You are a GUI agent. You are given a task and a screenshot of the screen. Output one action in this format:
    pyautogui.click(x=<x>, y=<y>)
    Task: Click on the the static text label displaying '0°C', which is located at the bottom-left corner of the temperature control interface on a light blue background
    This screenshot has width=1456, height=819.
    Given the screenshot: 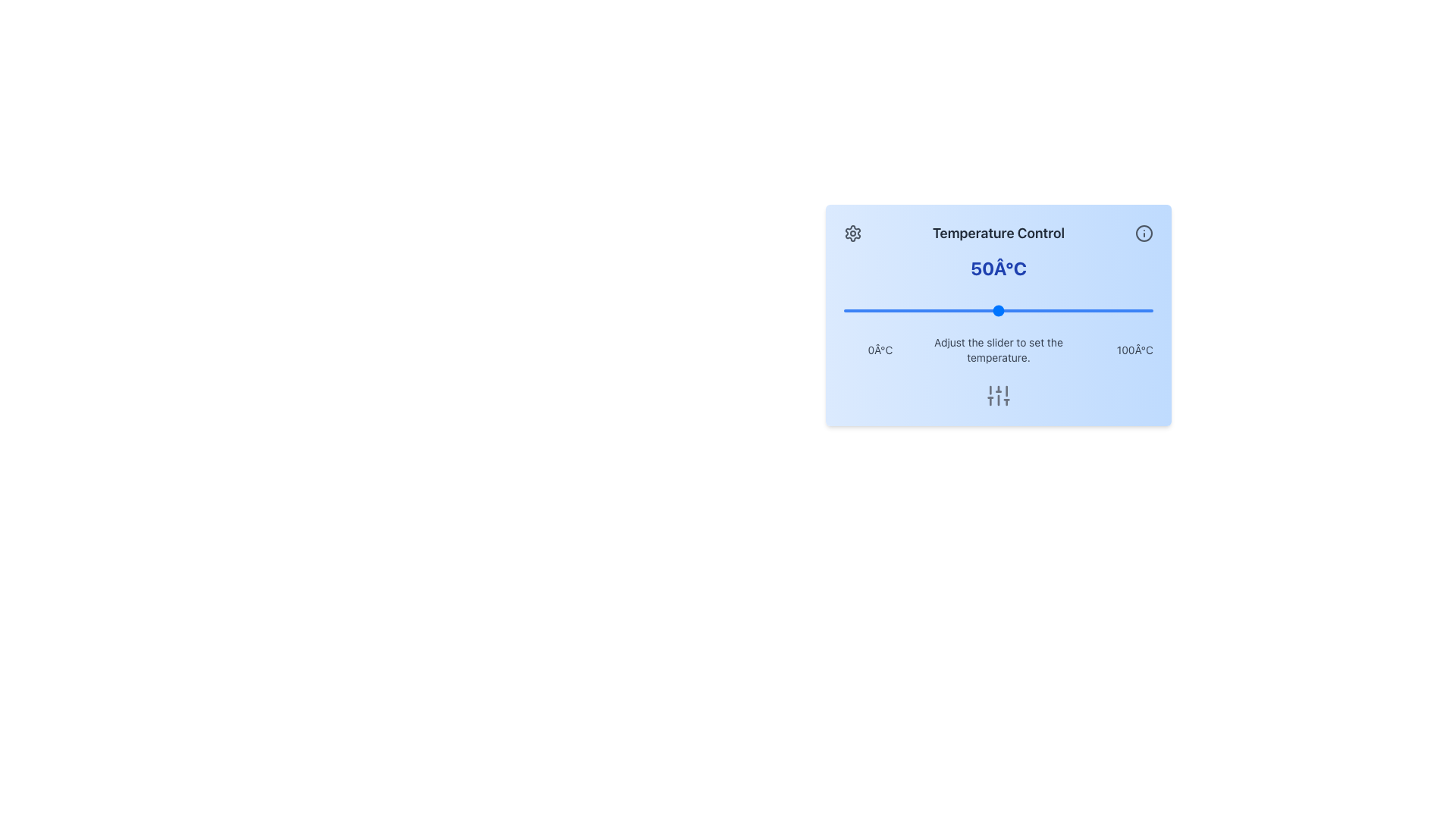 What is the action you would take?
    pyautogui.click(x=880, y=350)
    